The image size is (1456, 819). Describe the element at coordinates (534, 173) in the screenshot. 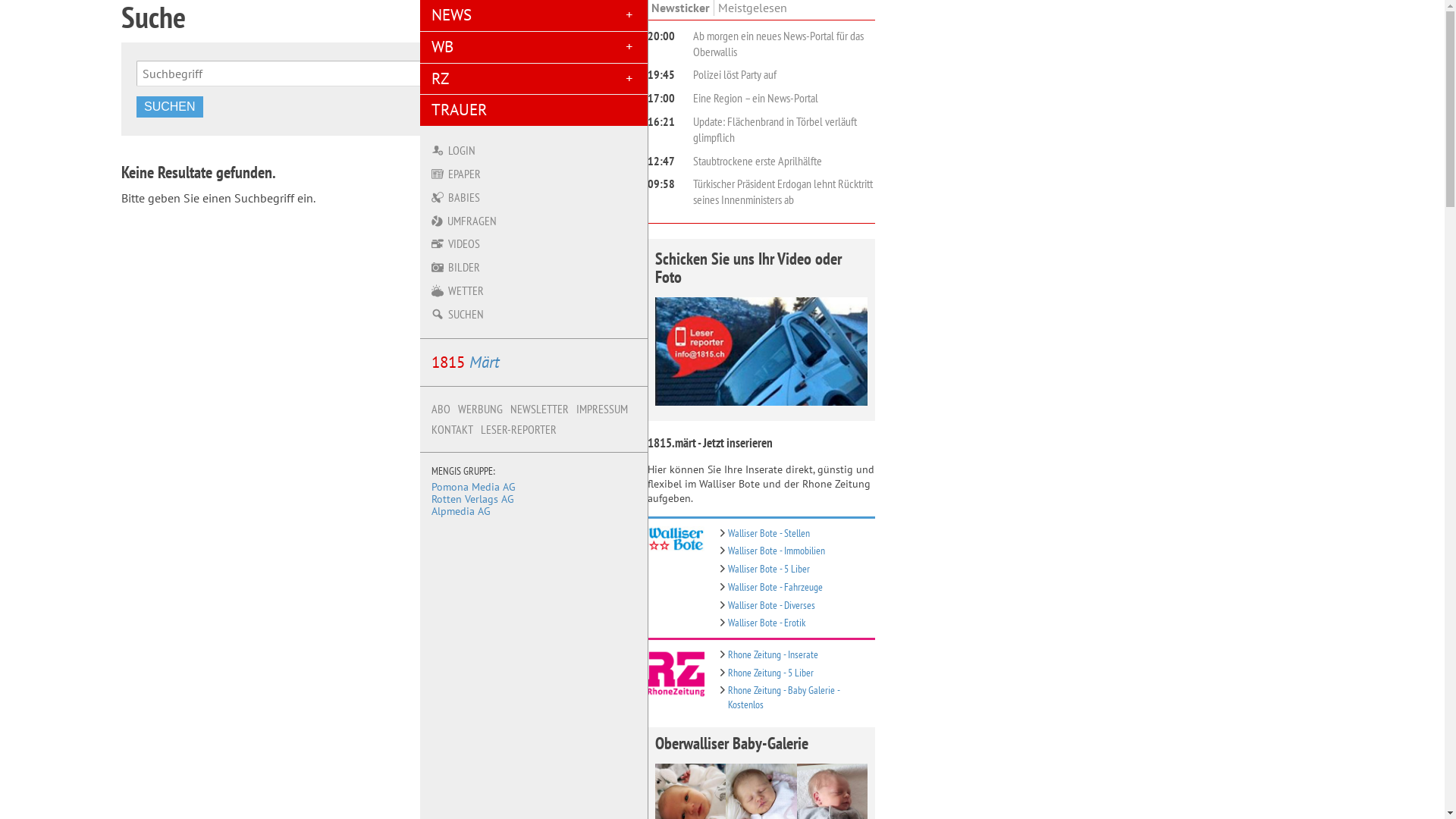

I see `'EPAPER'` at that location.